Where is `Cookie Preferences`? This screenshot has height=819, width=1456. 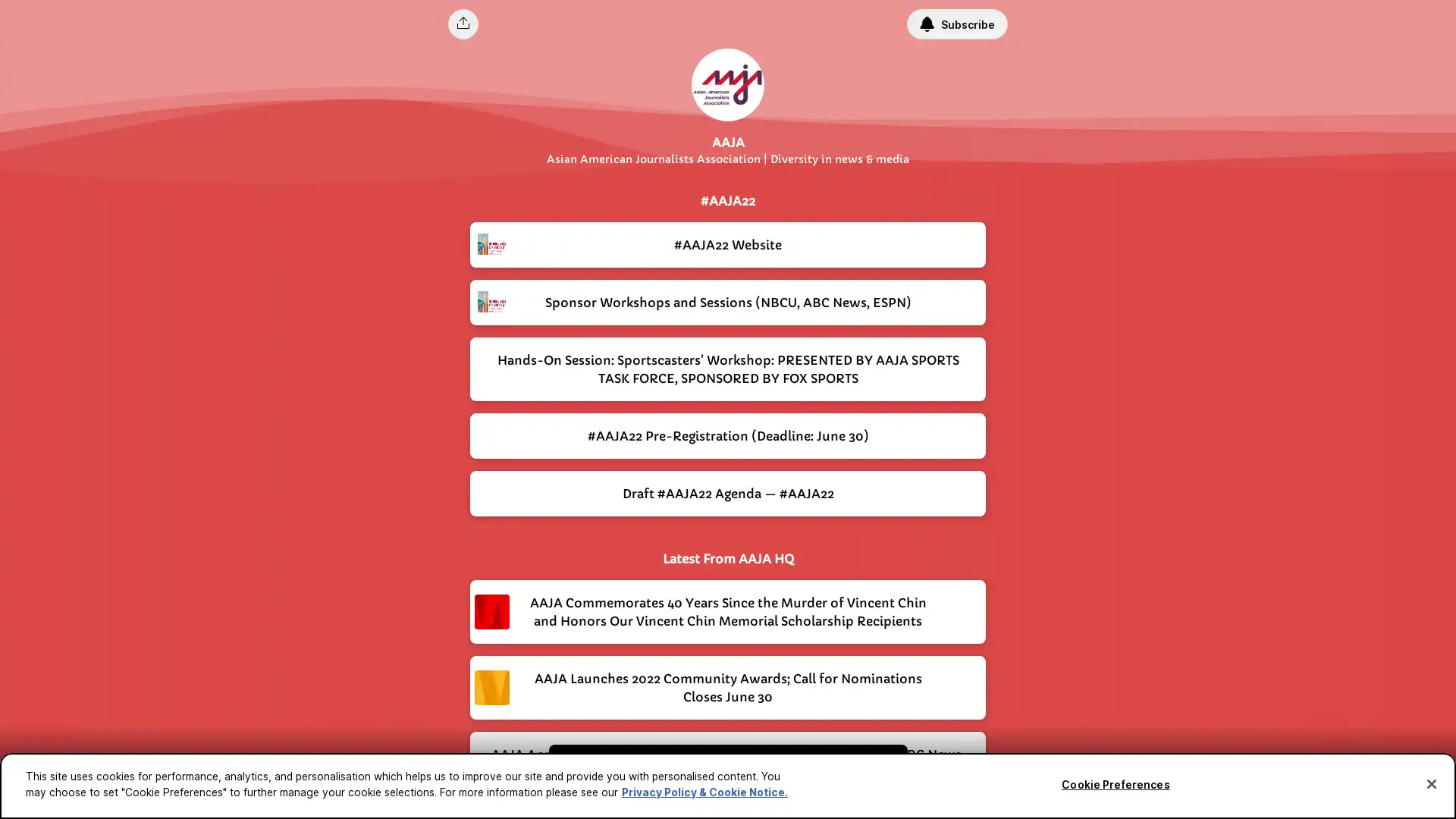
Cookie Preferences is located at coordinates (1115, 784).